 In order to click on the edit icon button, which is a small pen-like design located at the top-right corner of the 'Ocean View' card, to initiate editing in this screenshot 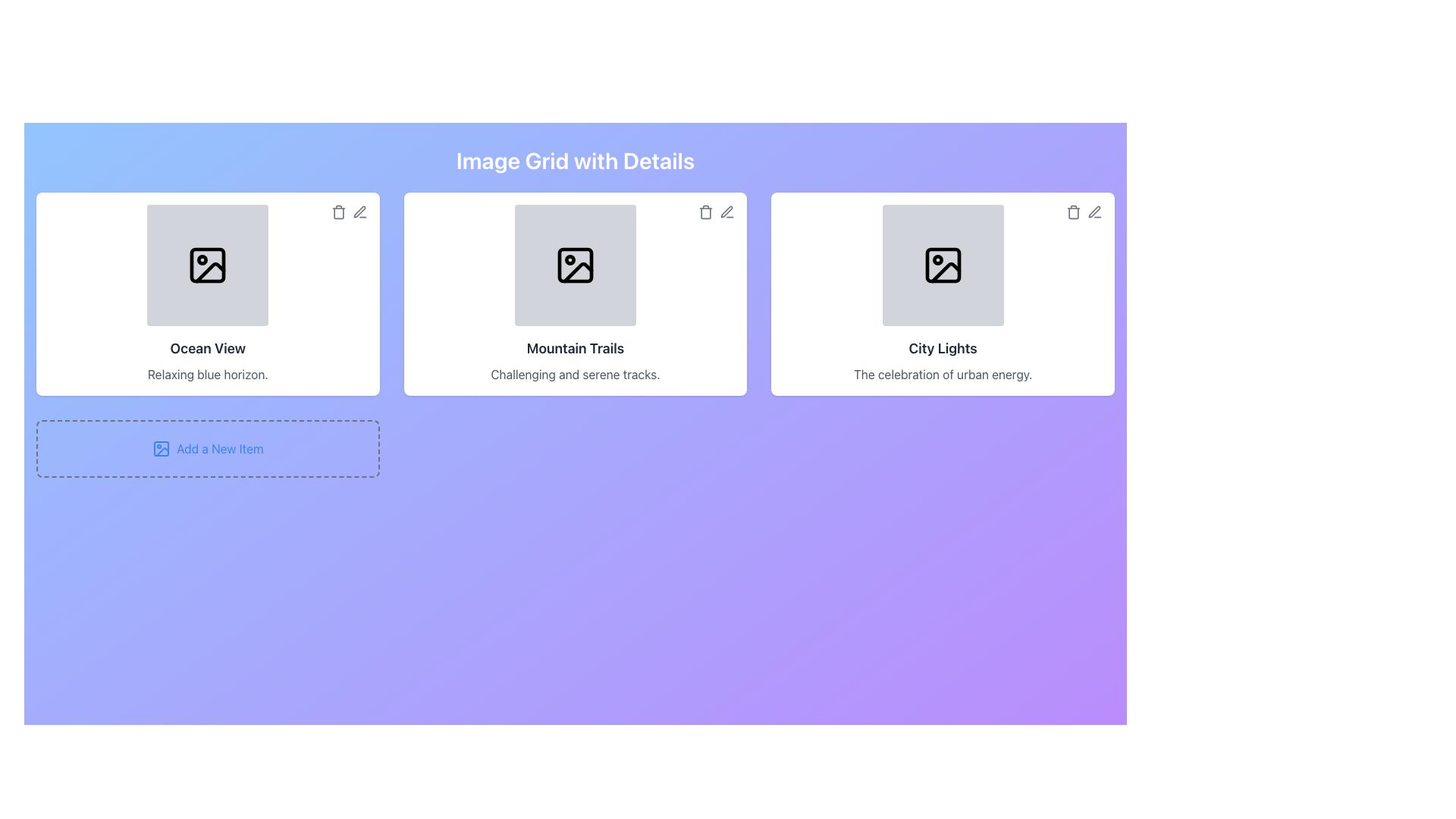, I will do `click(359, 212)`.